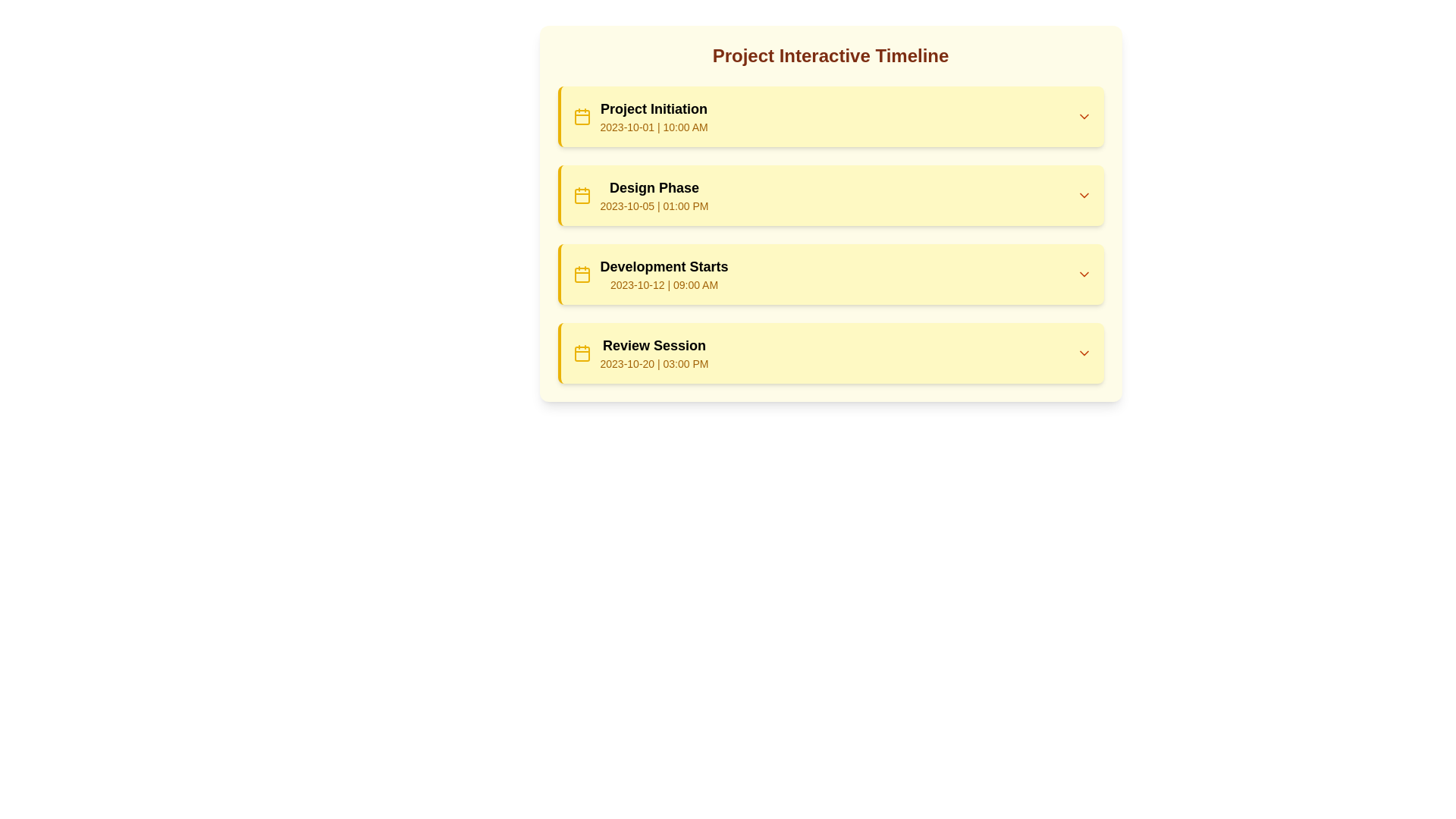 This screenshot has width=1456, height=819. What do you see at coordinates (581, 195) in the screenshot?
I see `the yellow rounded rectangle background of the calendar icon associated with the 'Design Phase' list item in the Project Interactive Timeline section` at bounding box center [581, 195].